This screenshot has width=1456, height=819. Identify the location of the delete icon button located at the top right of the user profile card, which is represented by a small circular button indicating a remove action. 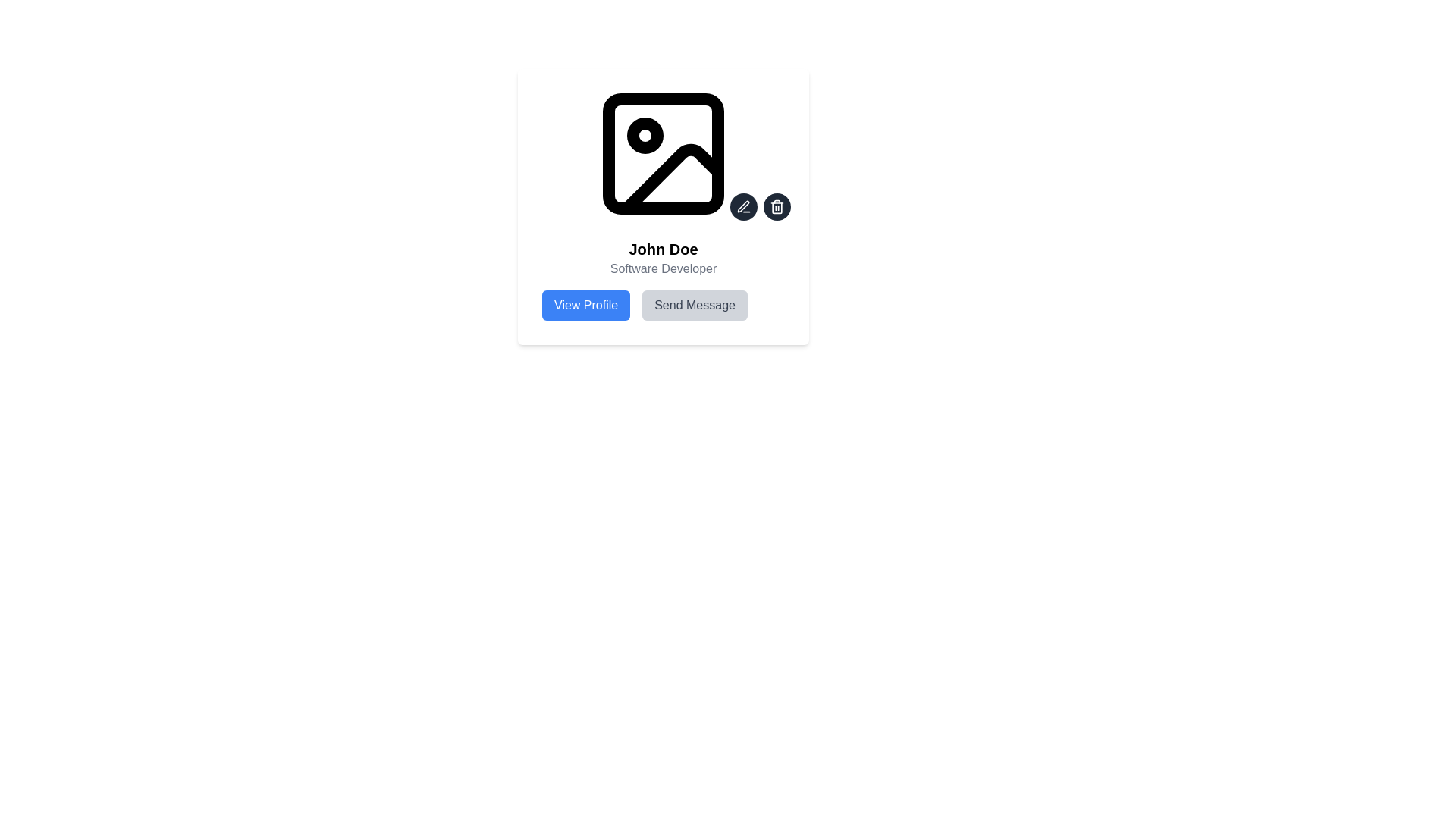
(777, 207).